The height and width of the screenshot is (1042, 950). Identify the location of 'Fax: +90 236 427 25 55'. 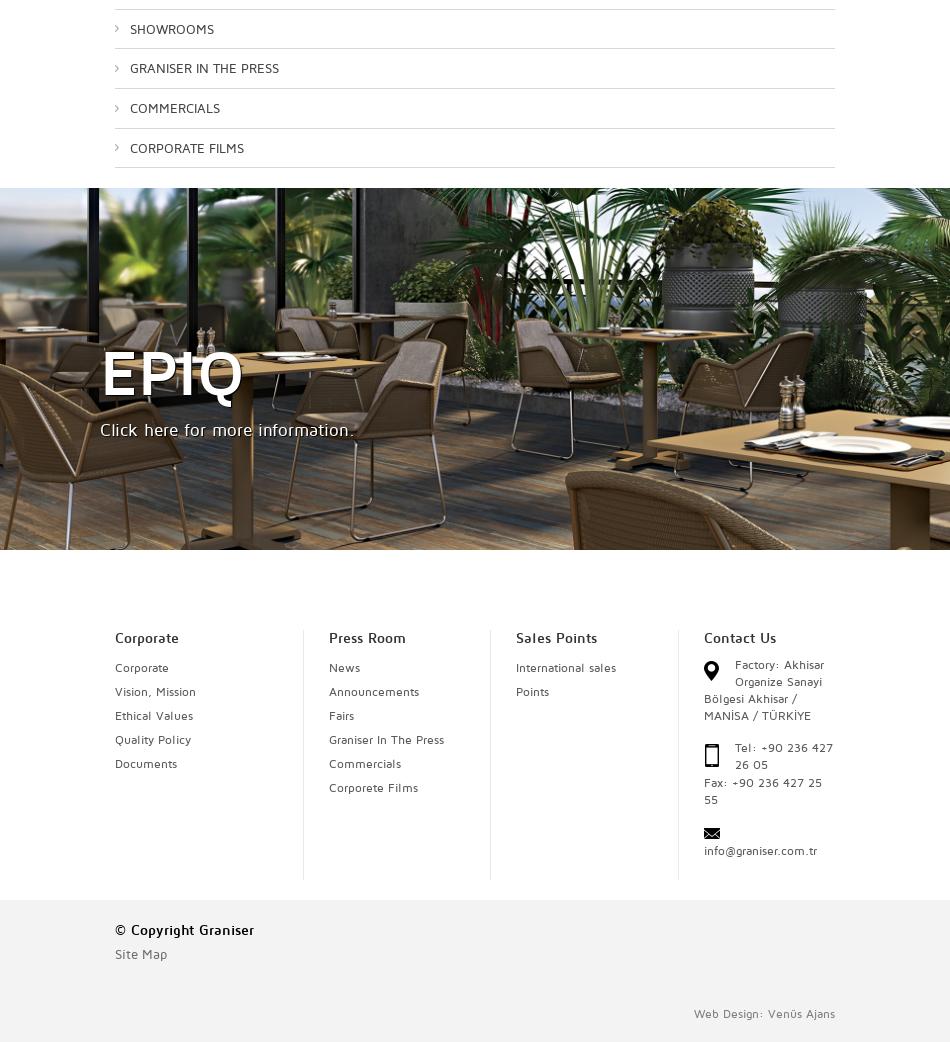
(760, 790).